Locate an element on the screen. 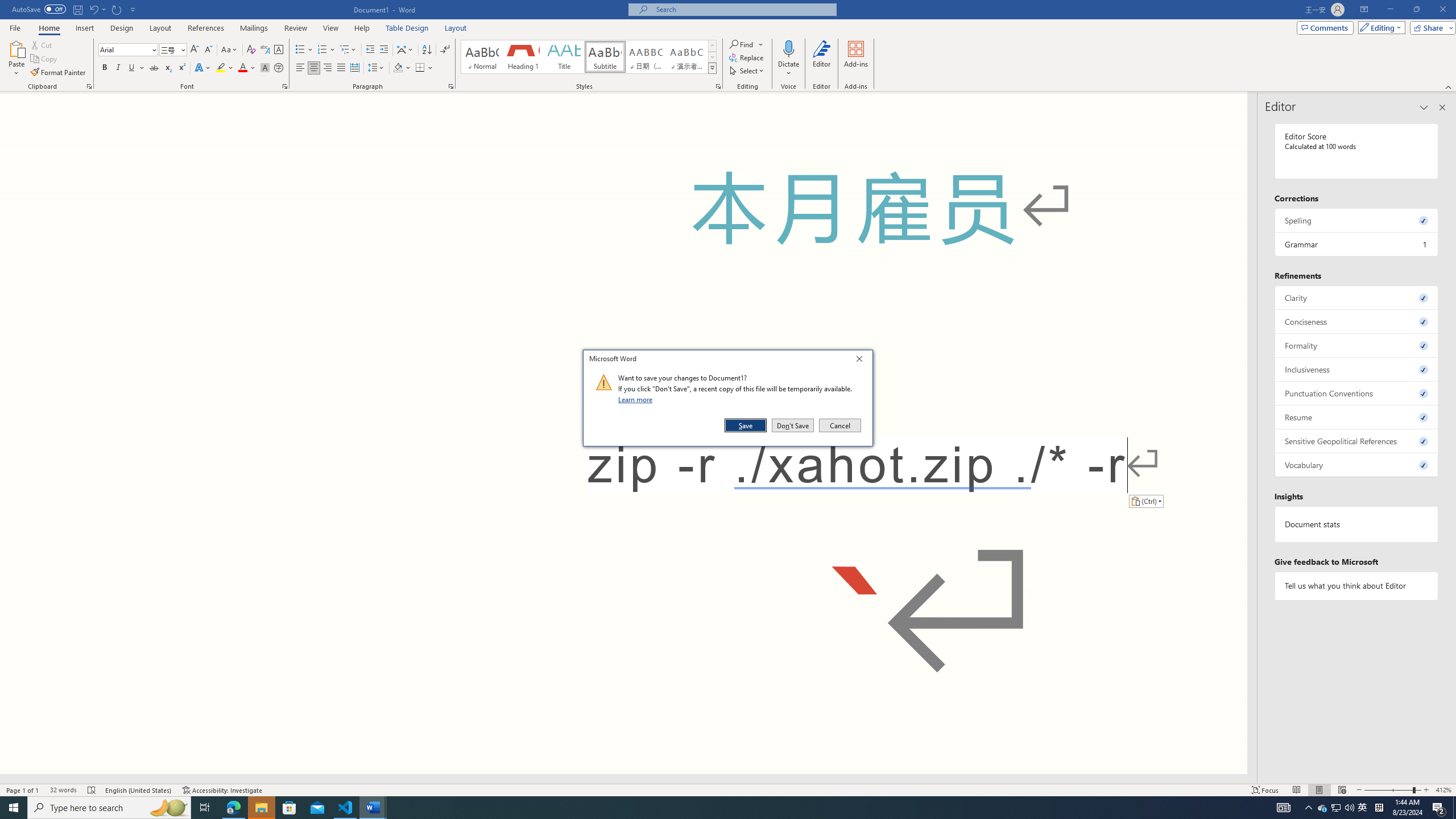  'Conciseness, 0 issues. Press space or enter to review items.' is located at coordinates (1356, 321).